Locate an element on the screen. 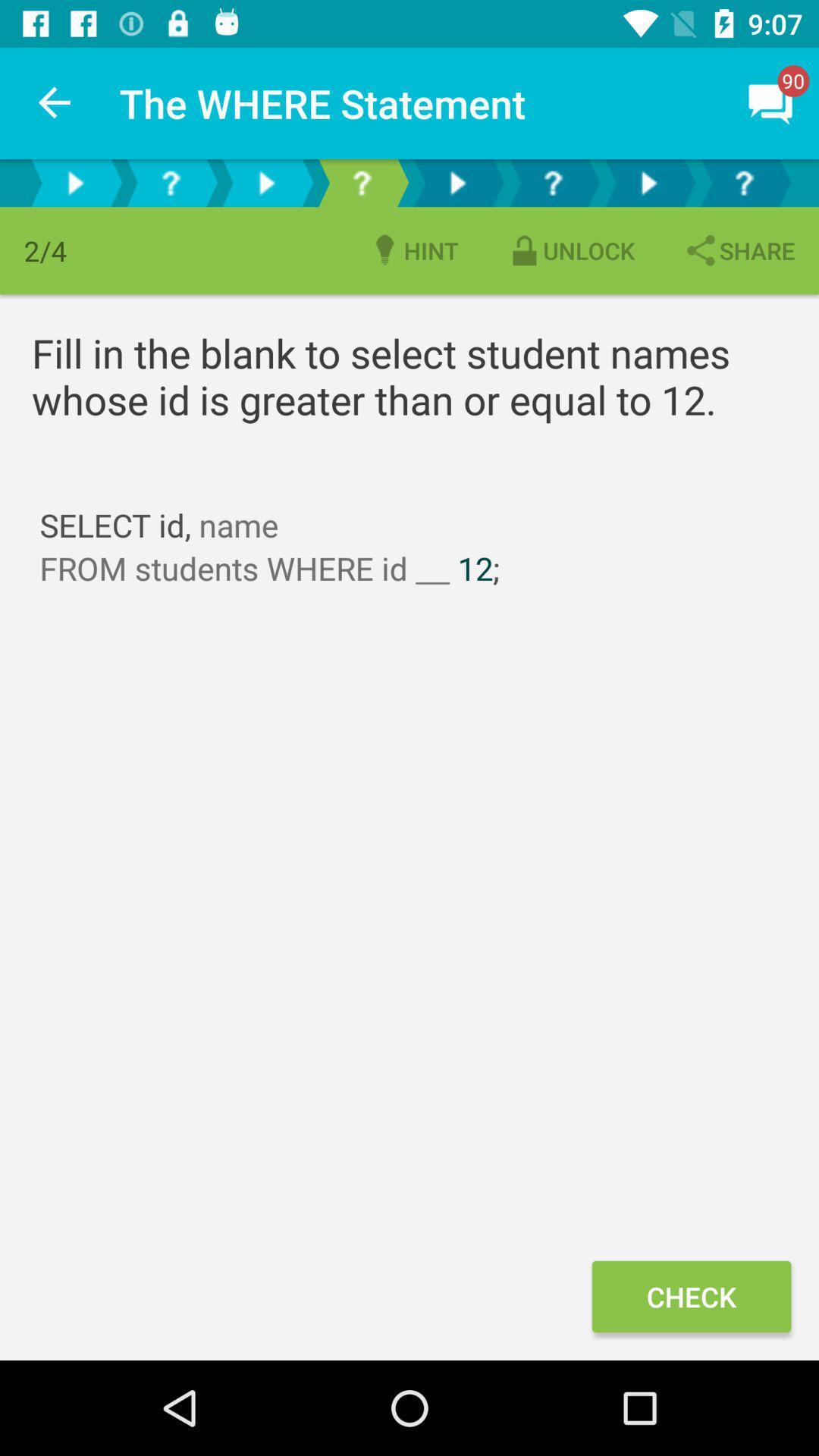  click play option is located at coordinates (456, 182).